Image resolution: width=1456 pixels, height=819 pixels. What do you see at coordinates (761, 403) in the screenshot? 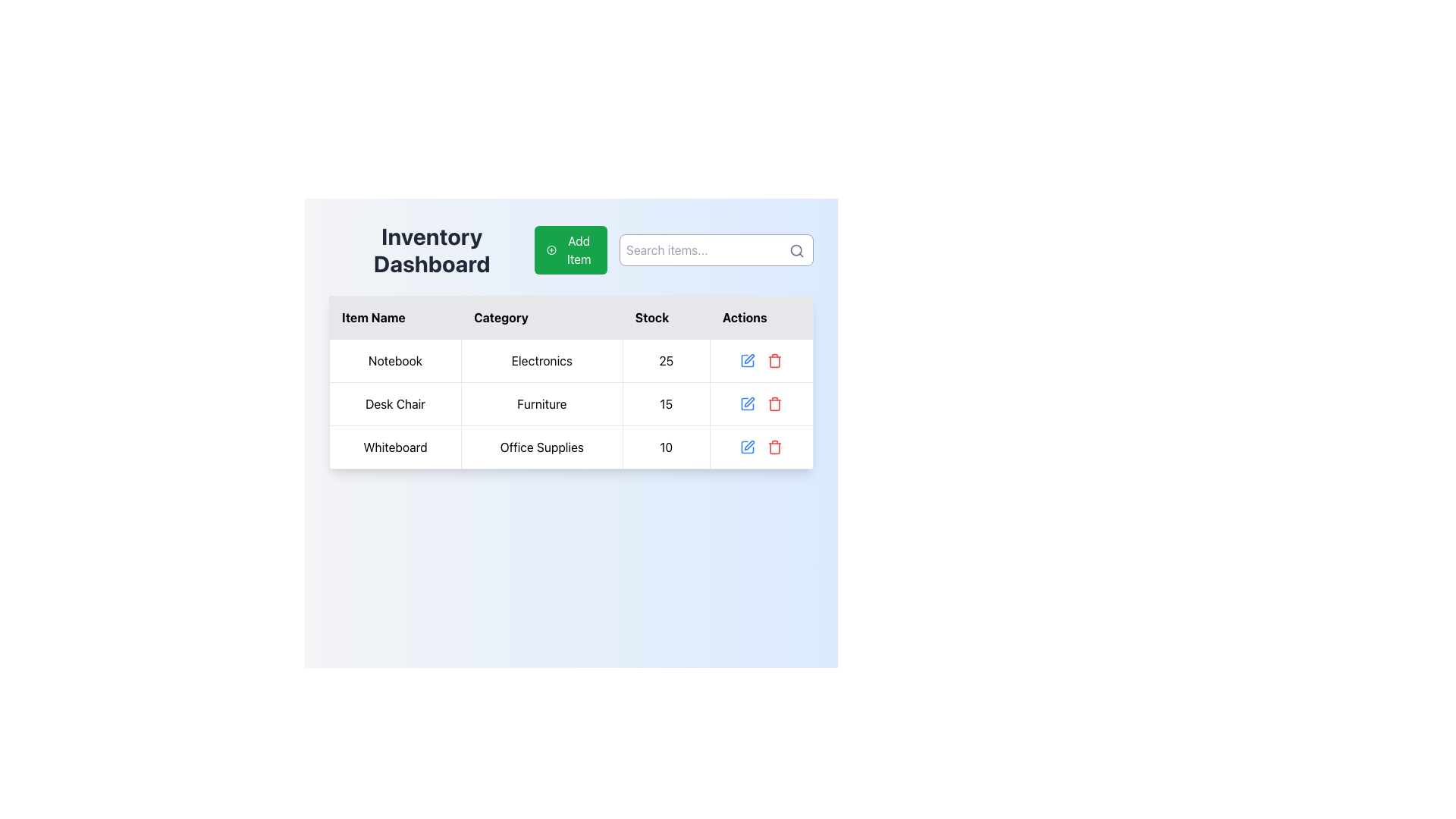
I see `the individual icons within the 'Actions' column of the table's second row related to the 'Desk Chair' item` at bounding box center [761, 403].